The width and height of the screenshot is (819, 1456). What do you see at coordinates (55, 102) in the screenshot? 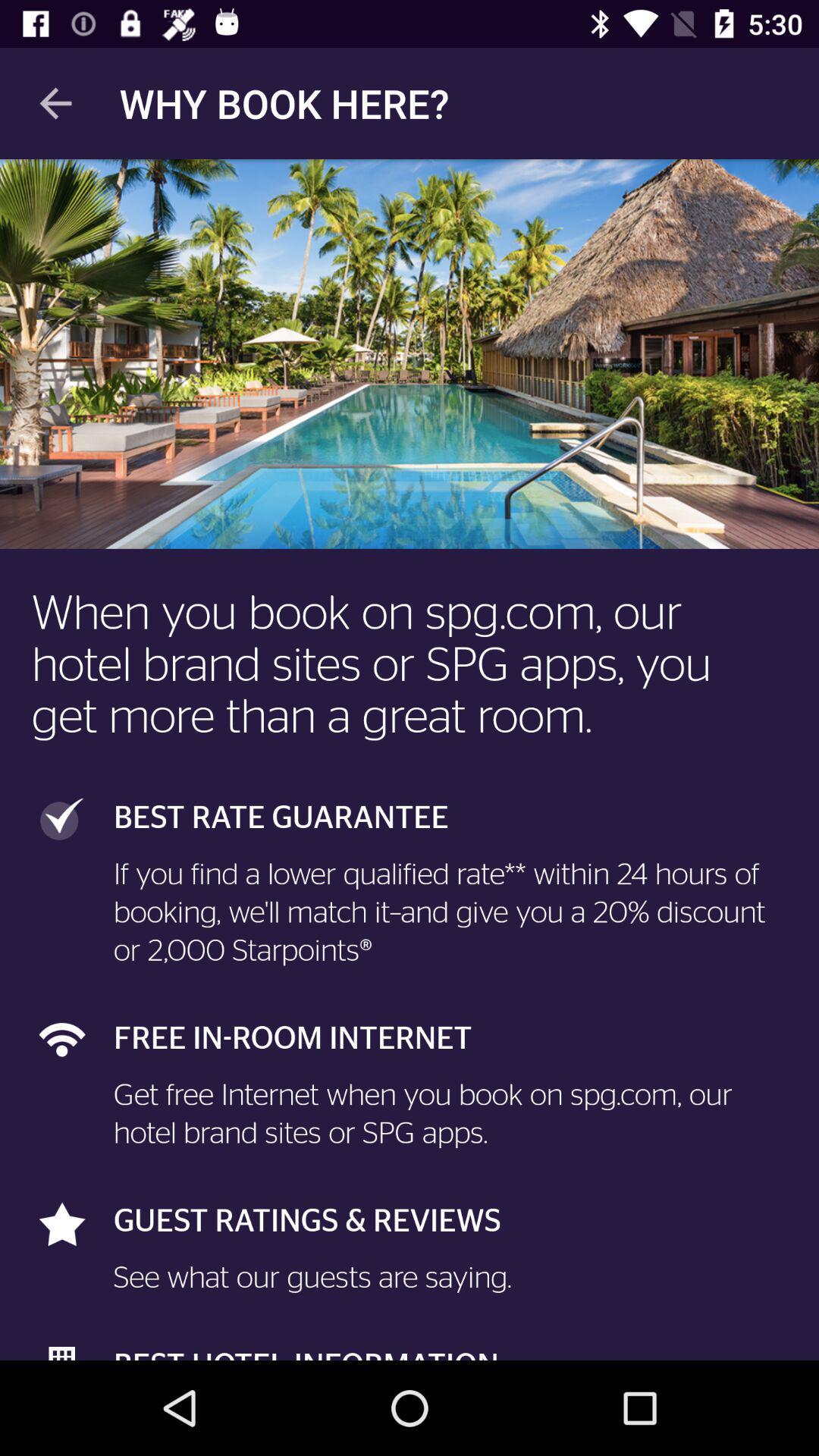
I see `icon at the top left corner` at bounding box center [55, 102].